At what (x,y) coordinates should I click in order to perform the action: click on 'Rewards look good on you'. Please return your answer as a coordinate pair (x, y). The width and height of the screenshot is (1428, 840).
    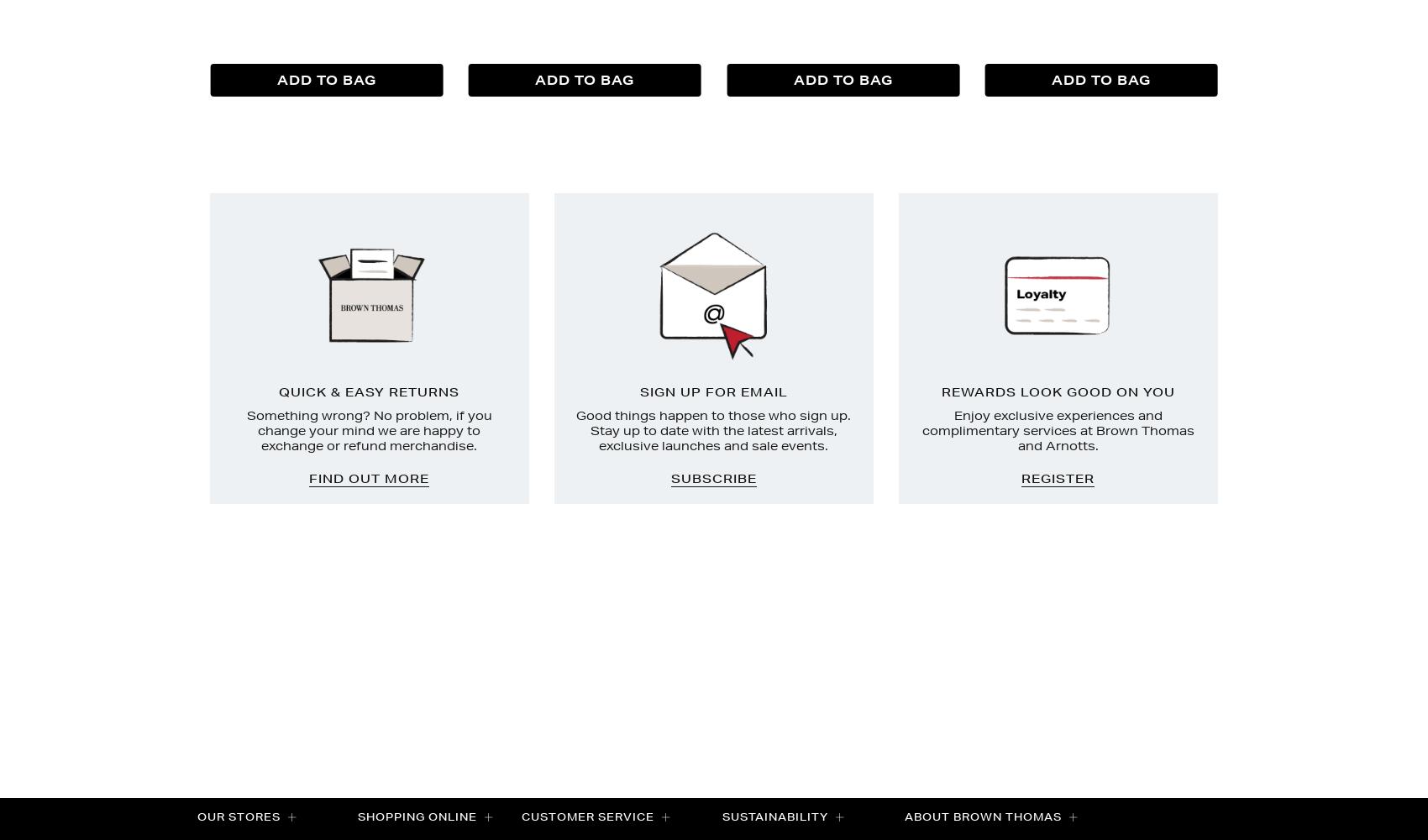
    Looking at the image, I should click on (1057, 391).